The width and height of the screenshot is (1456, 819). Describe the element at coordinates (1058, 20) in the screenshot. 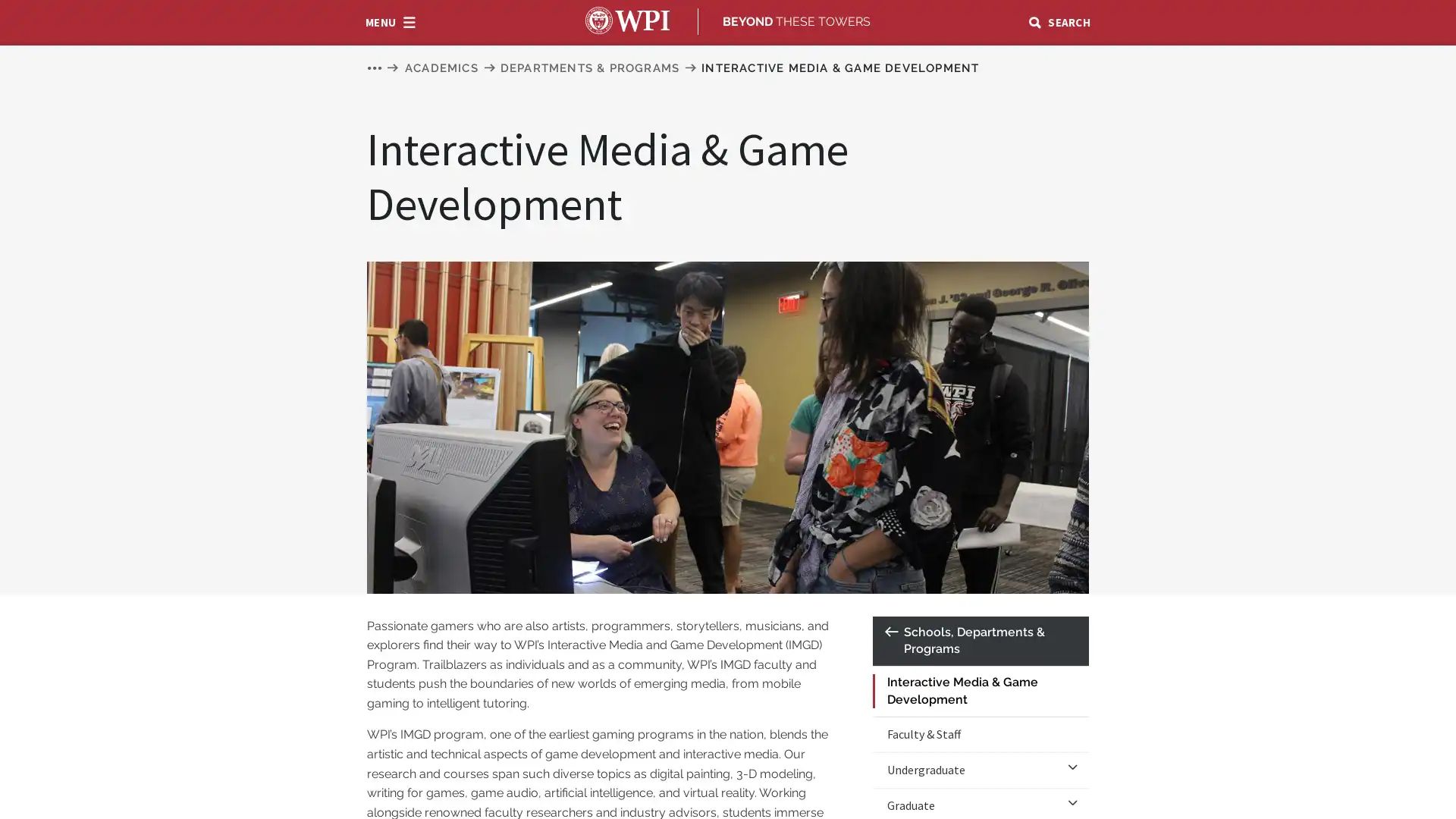

I see `SEARCH` at that location.